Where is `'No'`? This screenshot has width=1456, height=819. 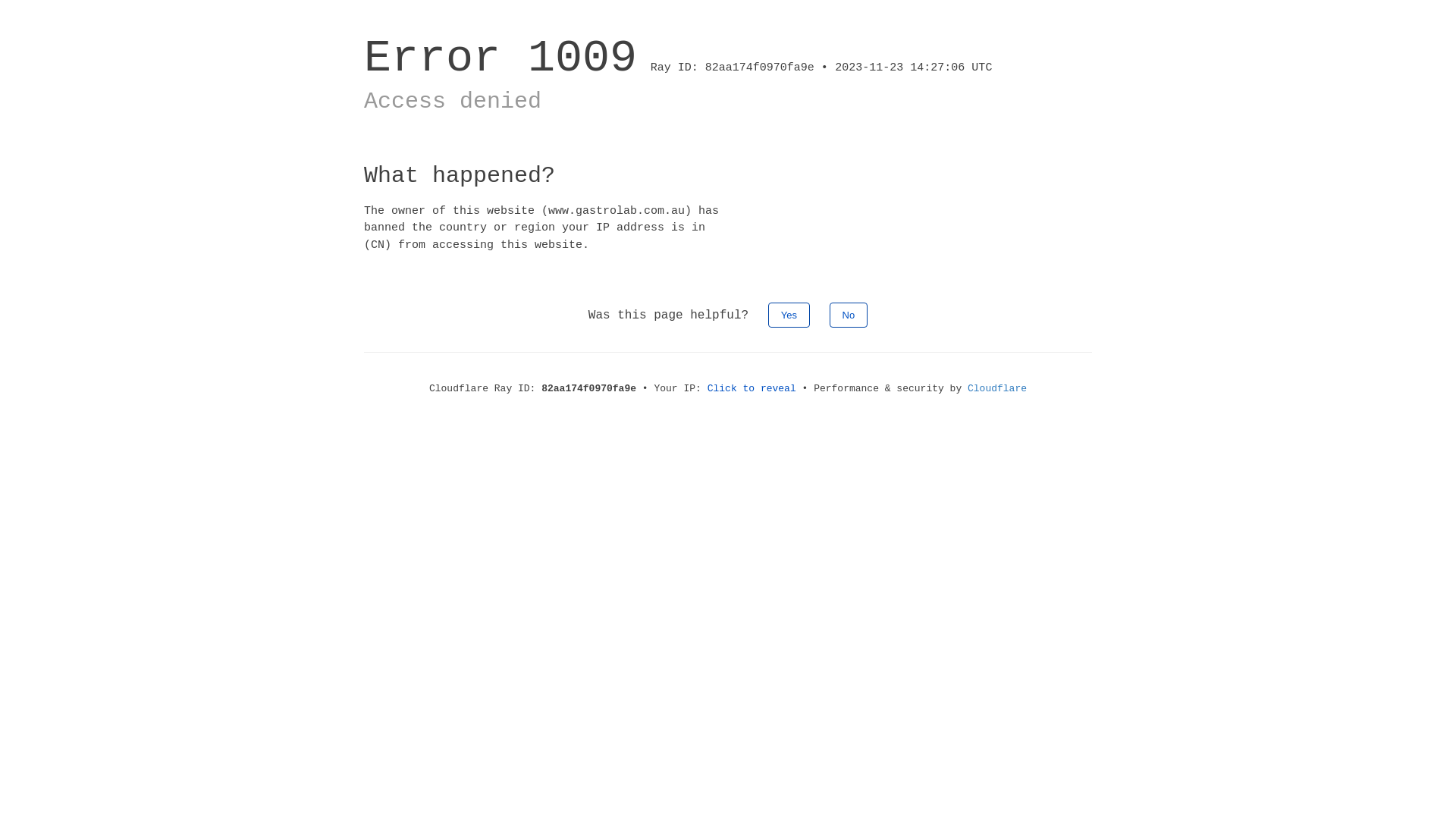
'No' is located at coordinates (829, 314).